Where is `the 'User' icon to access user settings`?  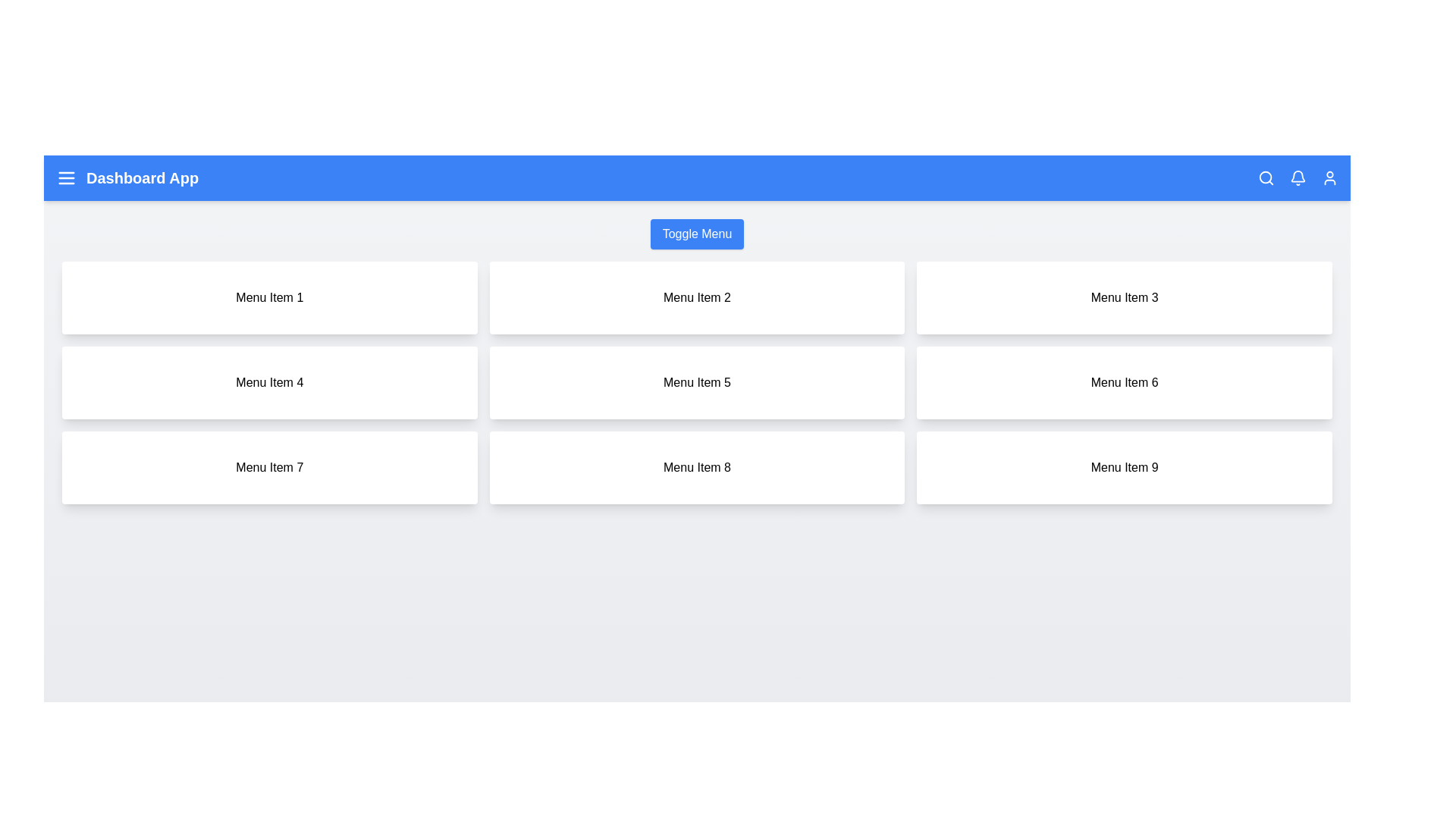 the 'User' icon to access user settings is located at coordinates (1329, 177).